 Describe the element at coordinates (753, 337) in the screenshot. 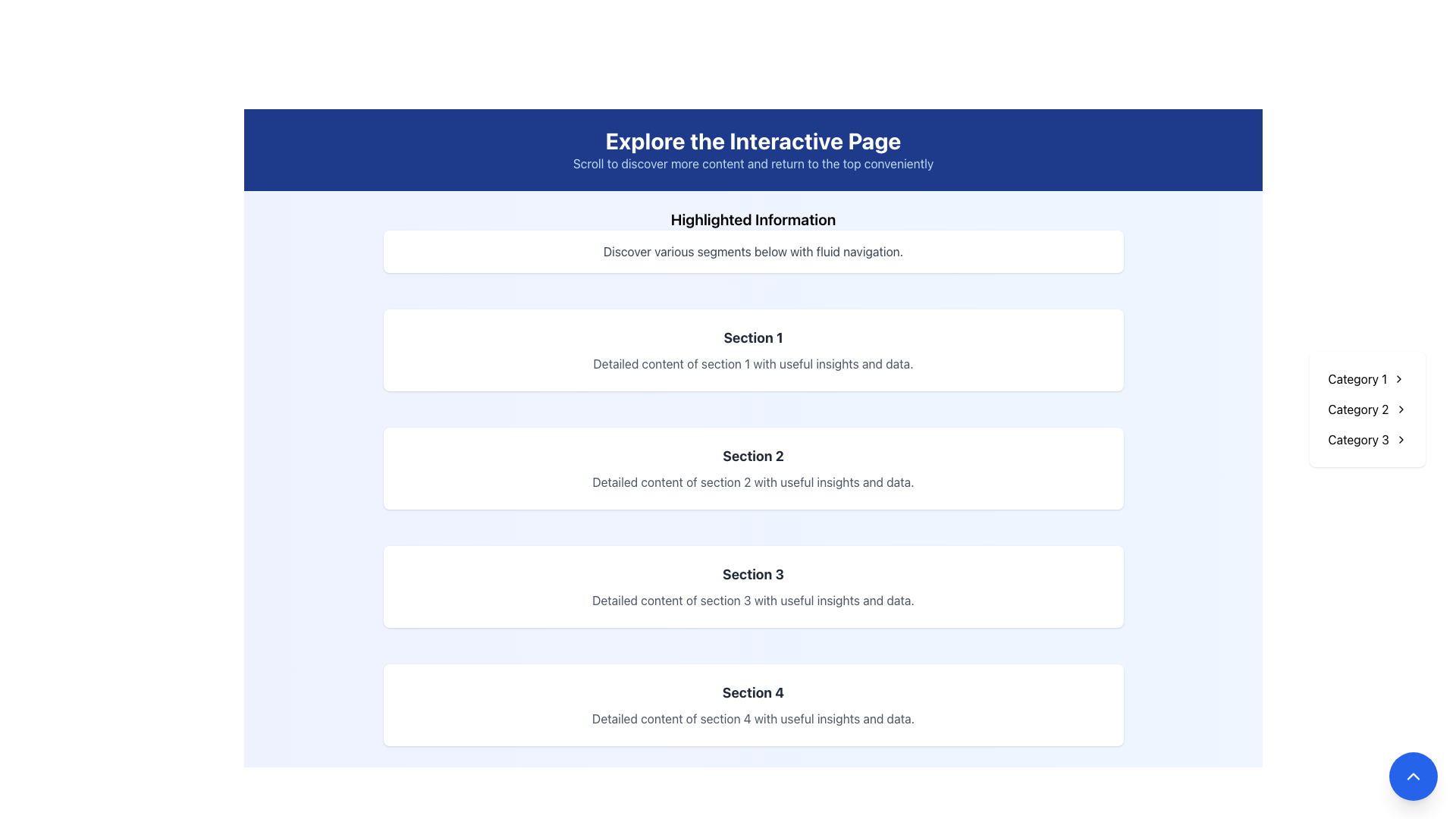

I see `bolded text label displaying 'Section 1.' which stands out due to its larger font size and darker color, located within the first white box of a vertically-aligned list near the center of the interface` at that location.